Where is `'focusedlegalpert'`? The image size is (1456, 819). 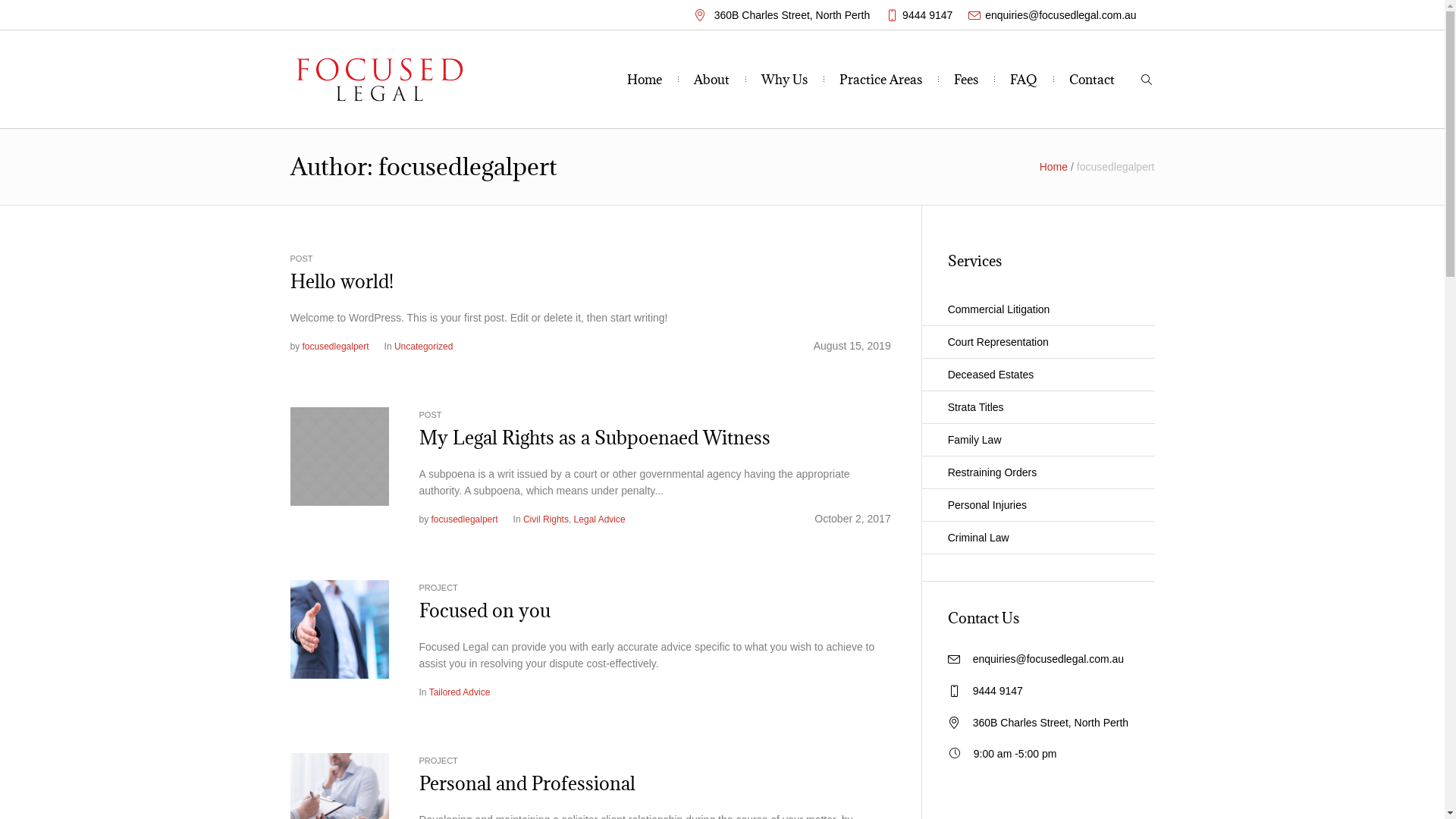
'focusedlegalpert' is located at coordinates (464, 519).